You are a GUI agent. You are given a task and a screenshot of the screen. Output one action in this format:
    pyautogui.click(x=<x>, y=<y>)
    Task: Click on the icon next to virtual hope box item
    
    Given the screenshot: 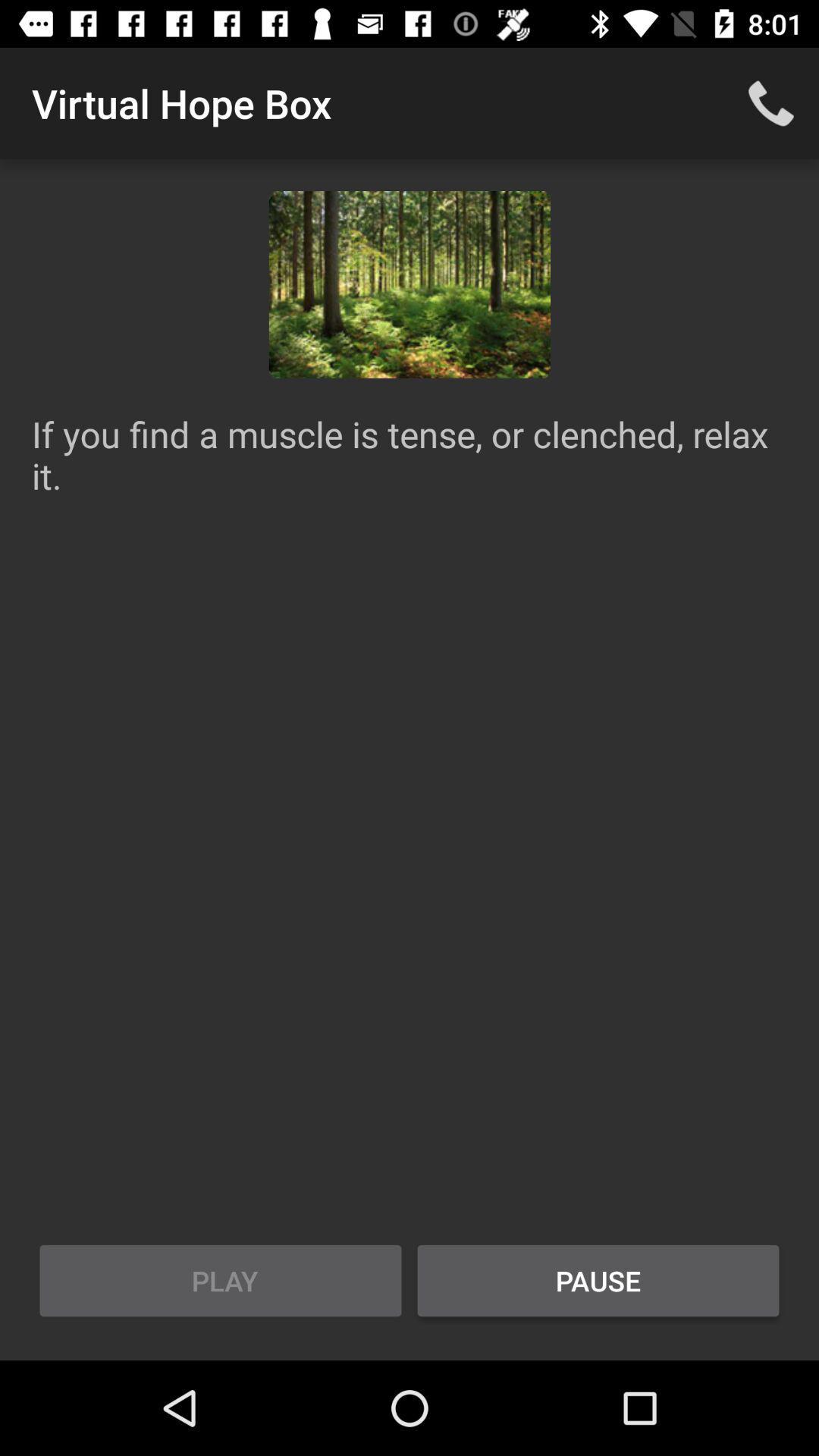 What is the action you would take?
    pyautogui.click(x=771, y=102)
    